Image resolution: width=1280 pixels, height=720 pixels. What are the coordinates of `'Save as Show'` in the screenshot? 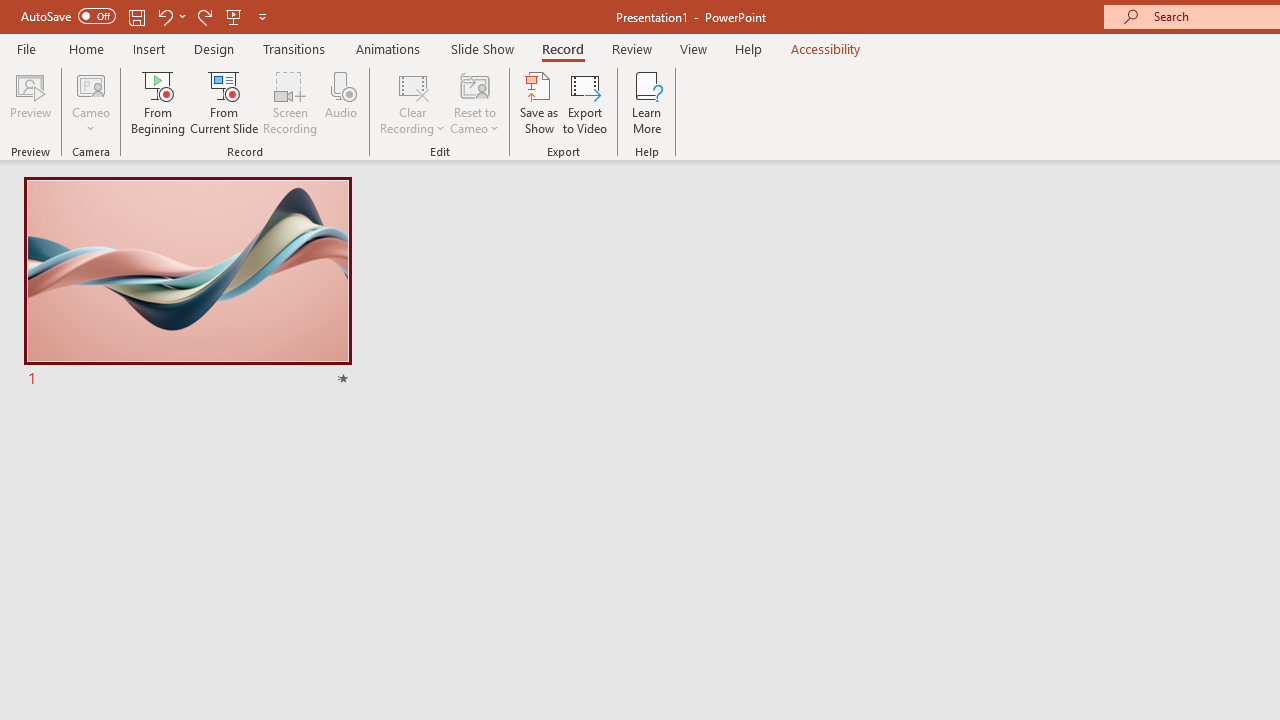 It's located at (539, 103).